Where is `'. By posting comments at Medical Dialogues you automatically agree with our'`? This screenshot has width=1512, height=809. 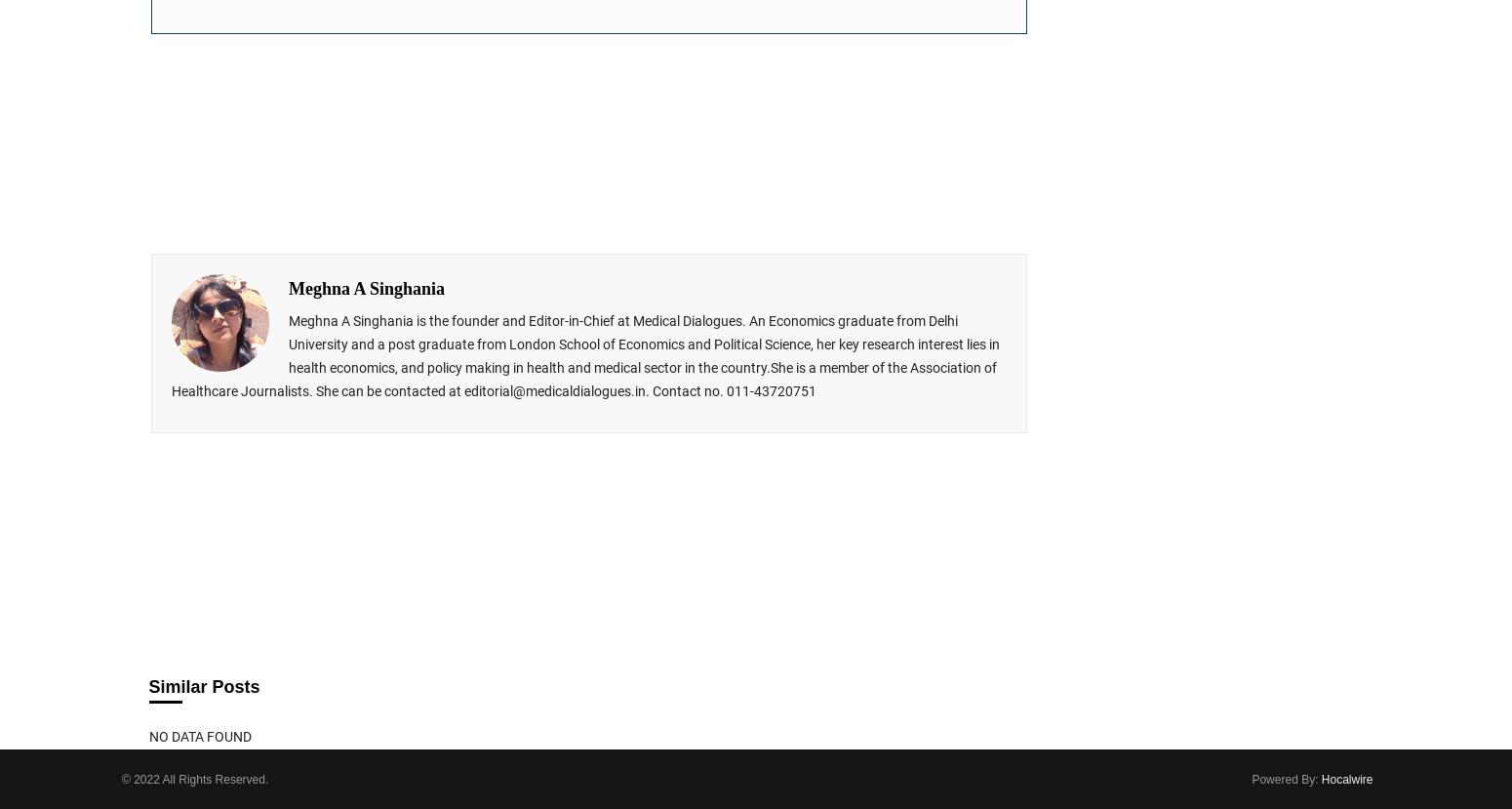
'. By posting comments at Medical Dialogues you automatically agree with our' is located at coordinates (755, 492).